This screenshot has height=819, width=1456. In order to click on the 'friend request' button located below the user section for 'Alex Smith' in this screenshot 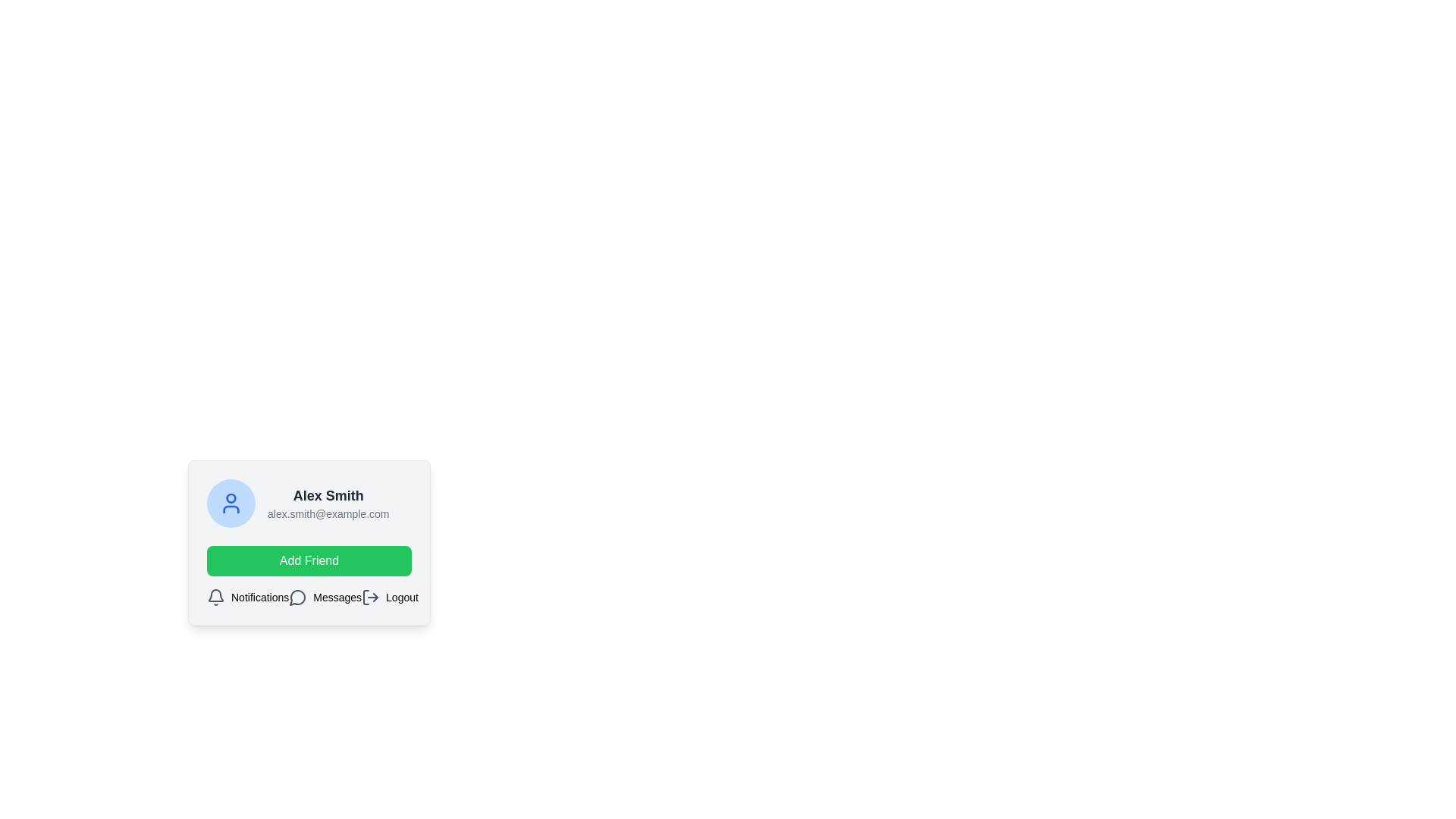, I will do `click(309, 576)`.